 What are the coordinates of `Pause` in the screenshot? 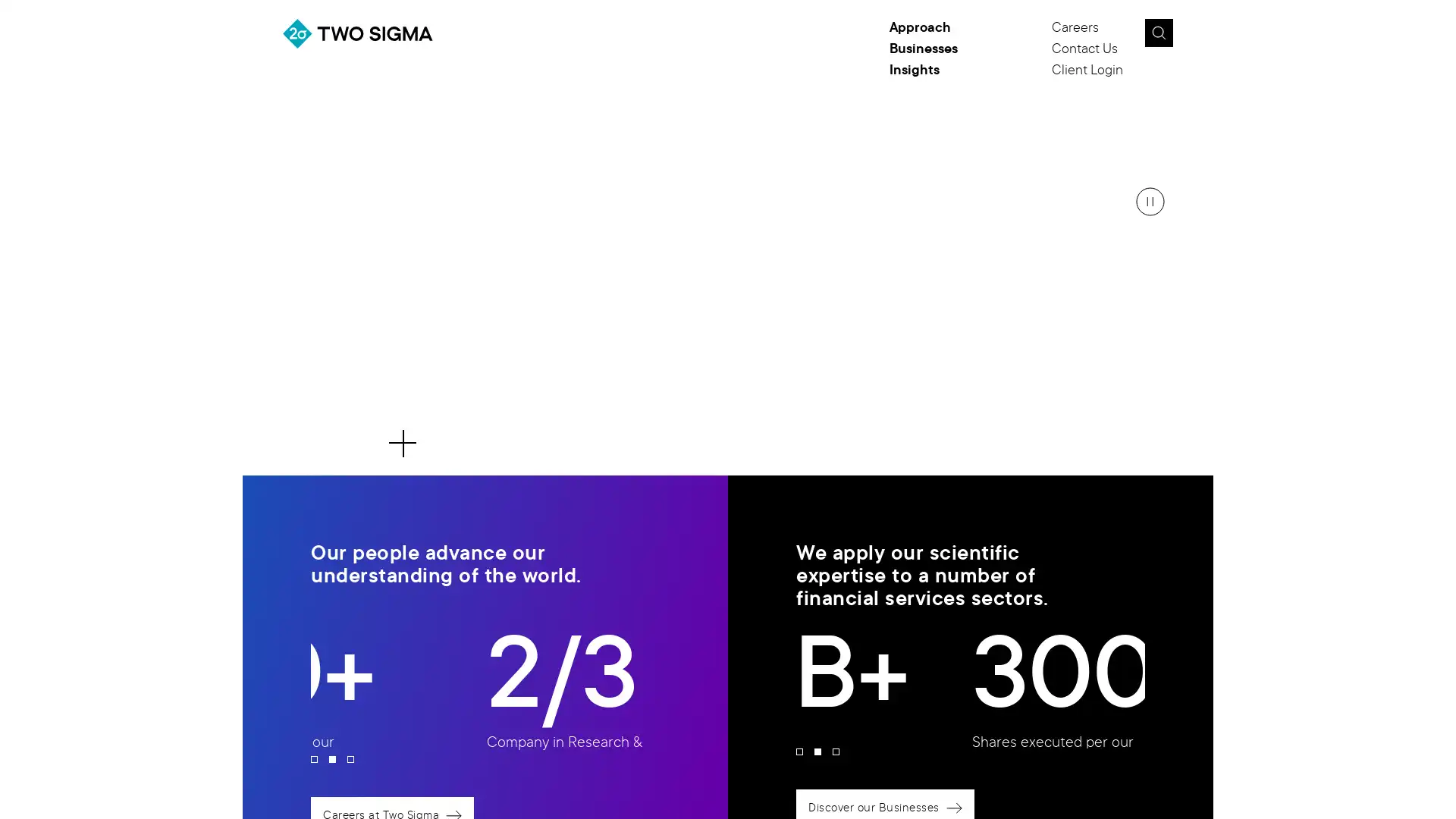 It's located at (1150, 201).